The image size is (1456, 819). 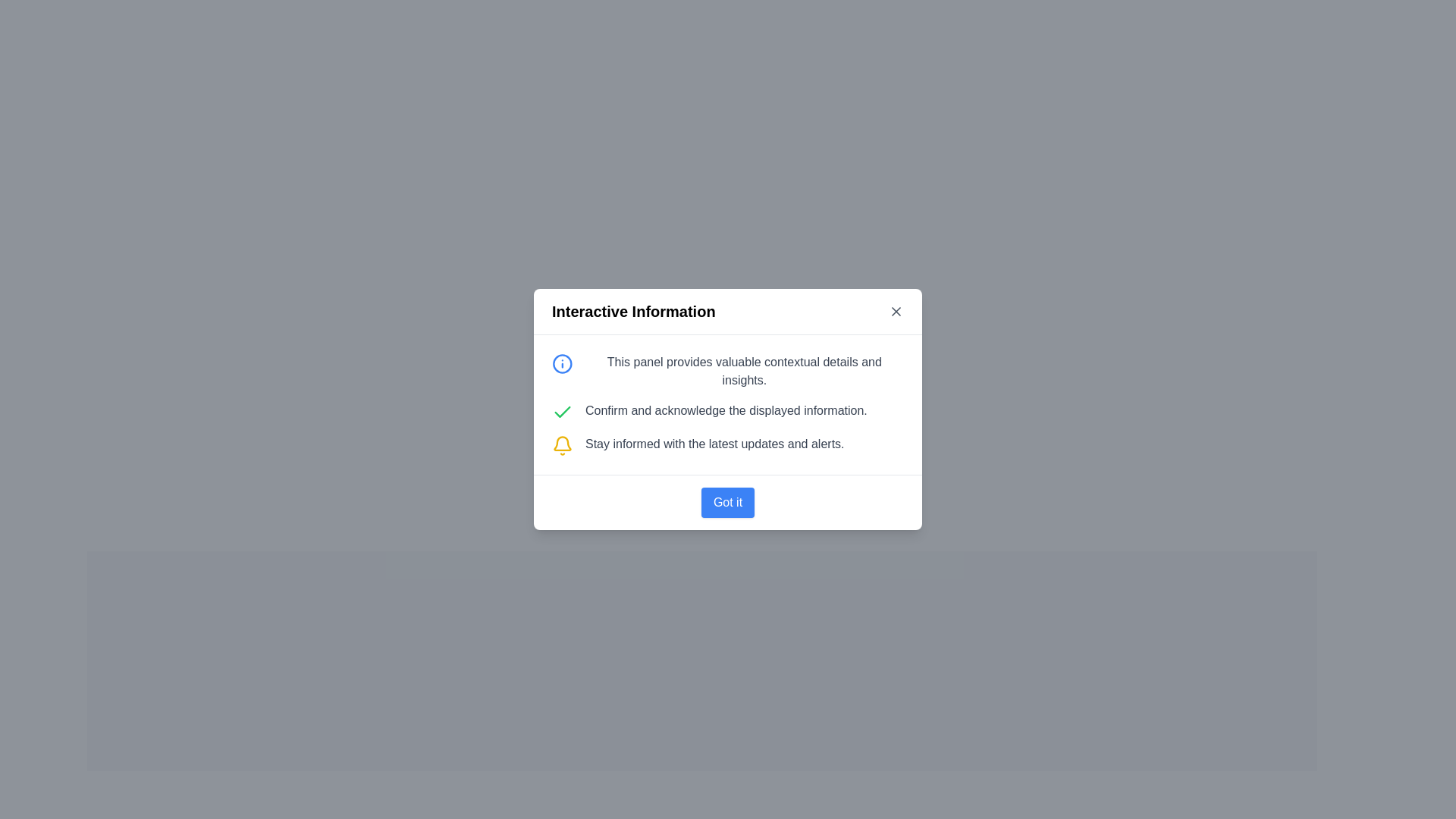 I want to click on the checkmark icon component that signifies confirmation within the dialog box, located in the second row alongside explanatory text, so click(x=562, y=412).